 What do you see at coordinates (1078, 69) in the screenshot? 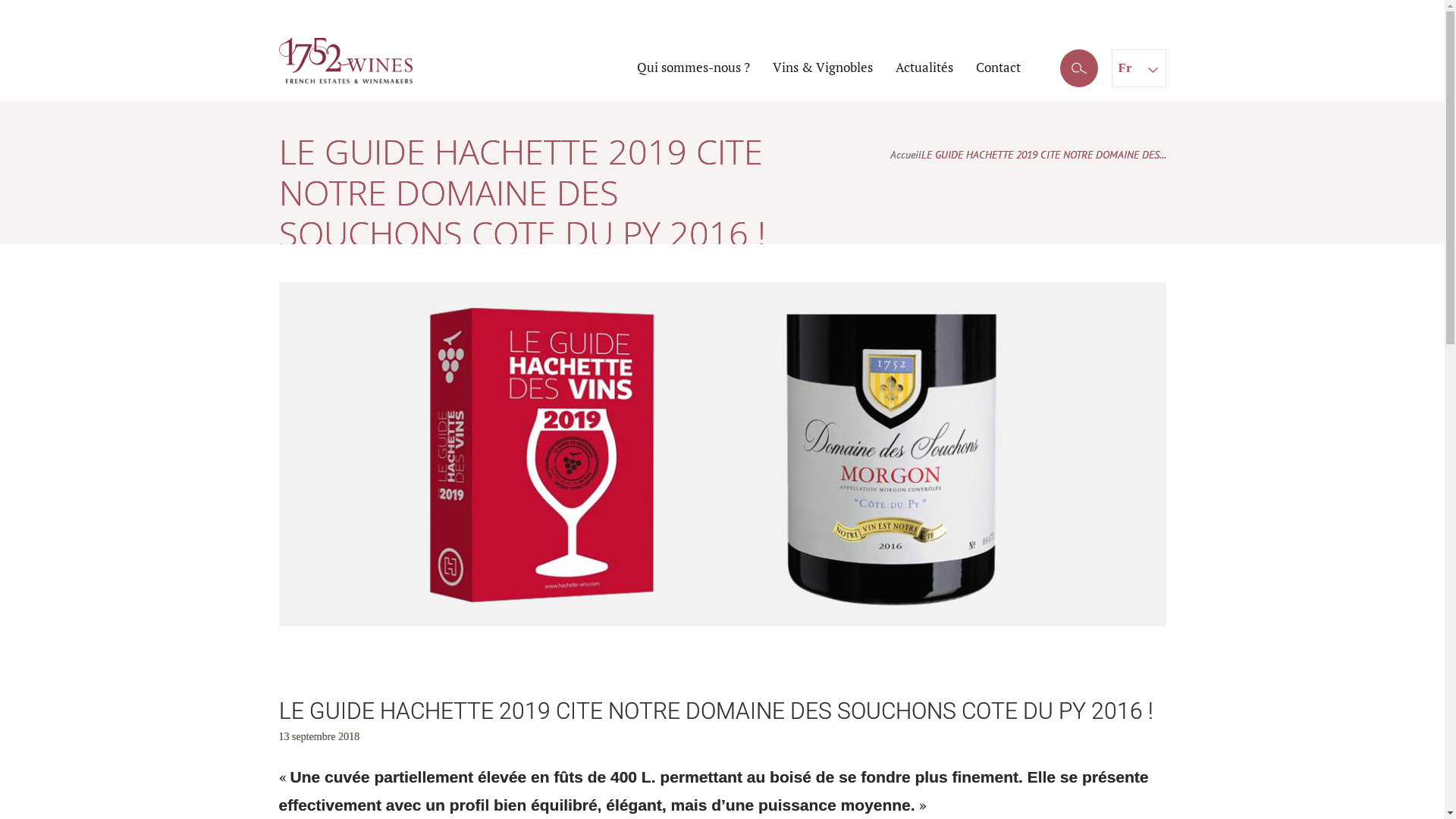
I see `'Open search'` at bounding box center [1078, 69].